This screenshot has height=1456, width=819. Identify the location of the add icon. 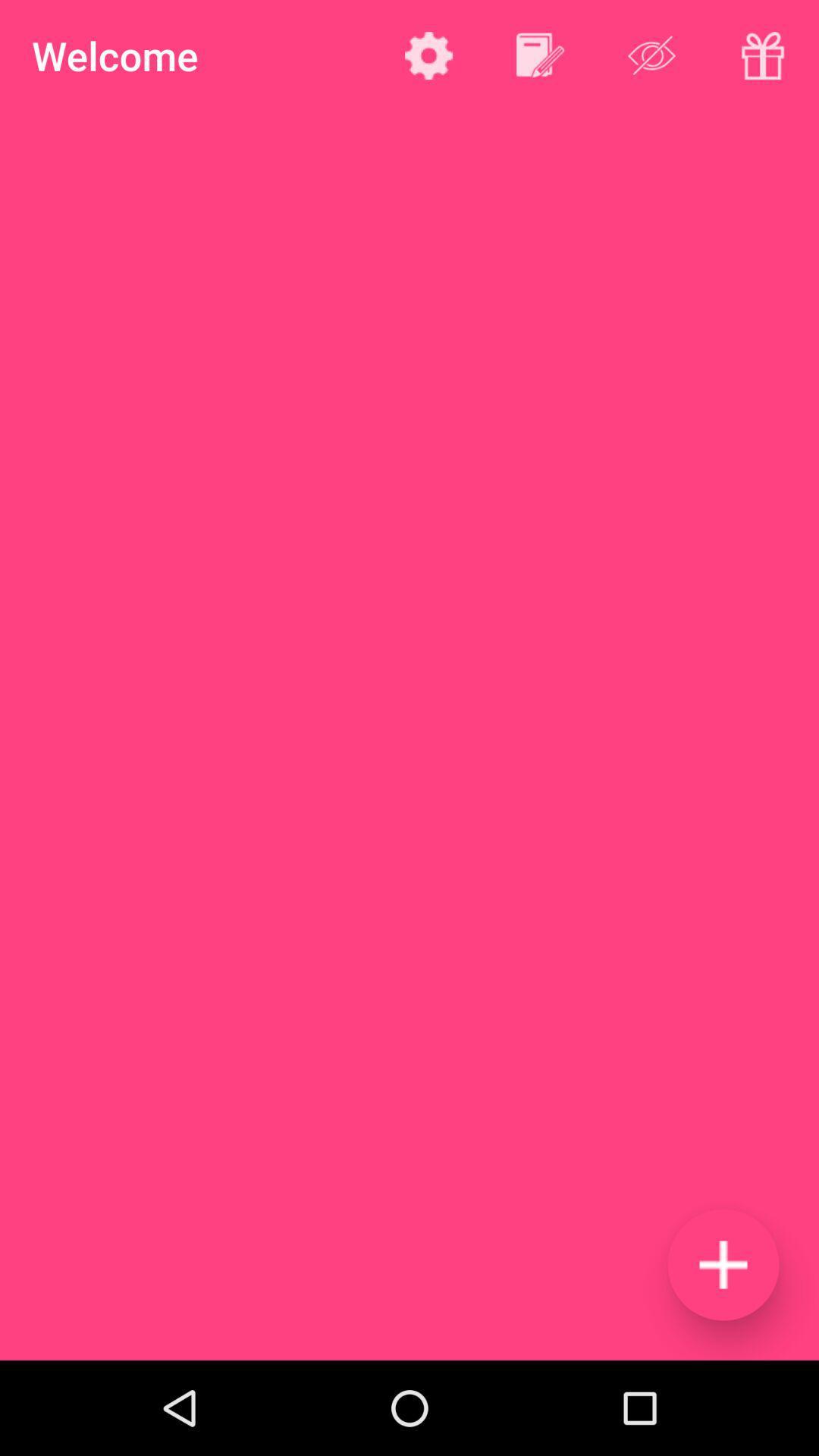
(722, 1264).